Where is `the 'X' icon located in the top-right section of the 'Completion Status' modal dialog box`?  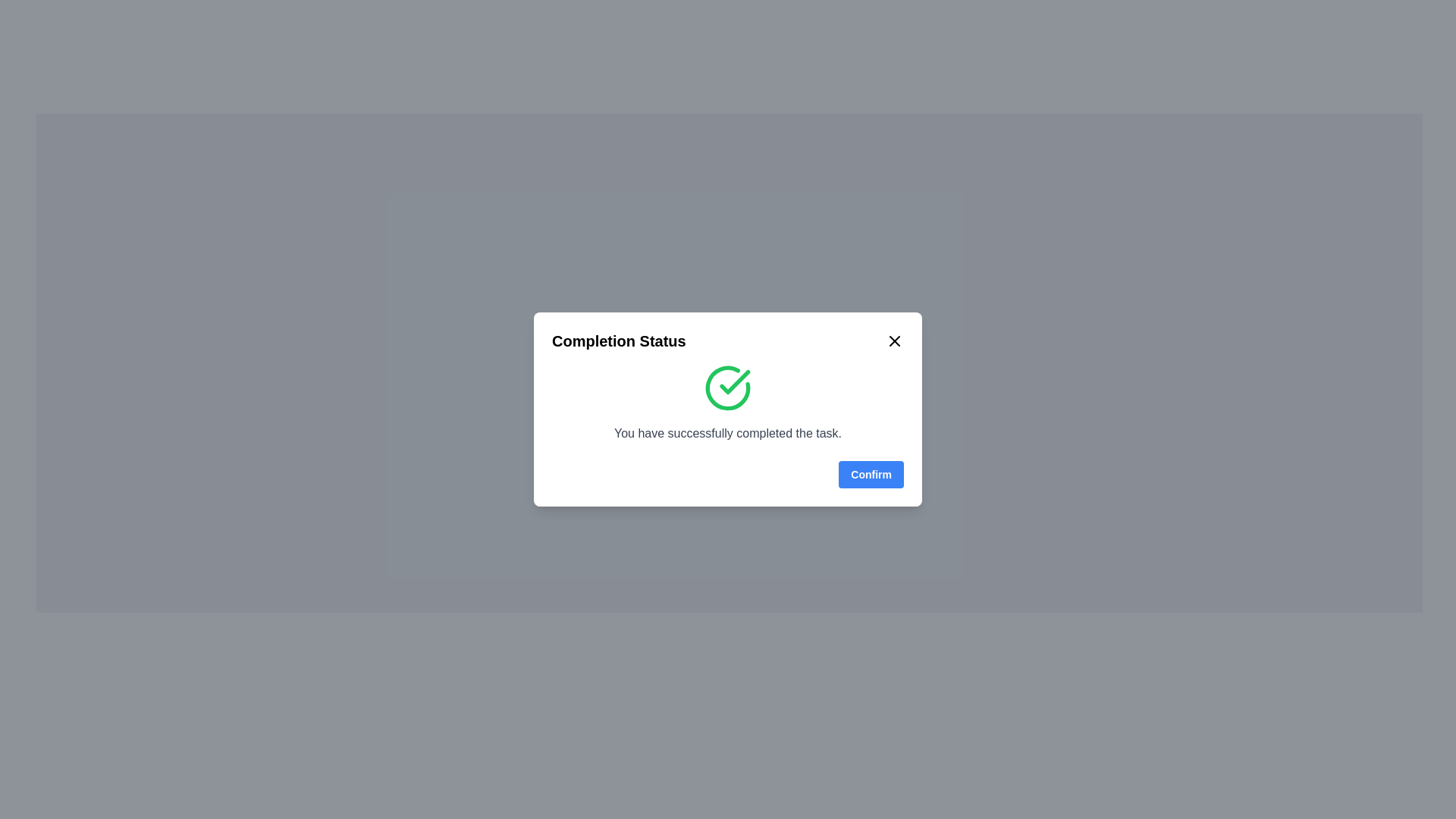 the 'X' icon located in the top-right section of the 'Completion Status' modal dialog box is located at coordinates (895, 341).